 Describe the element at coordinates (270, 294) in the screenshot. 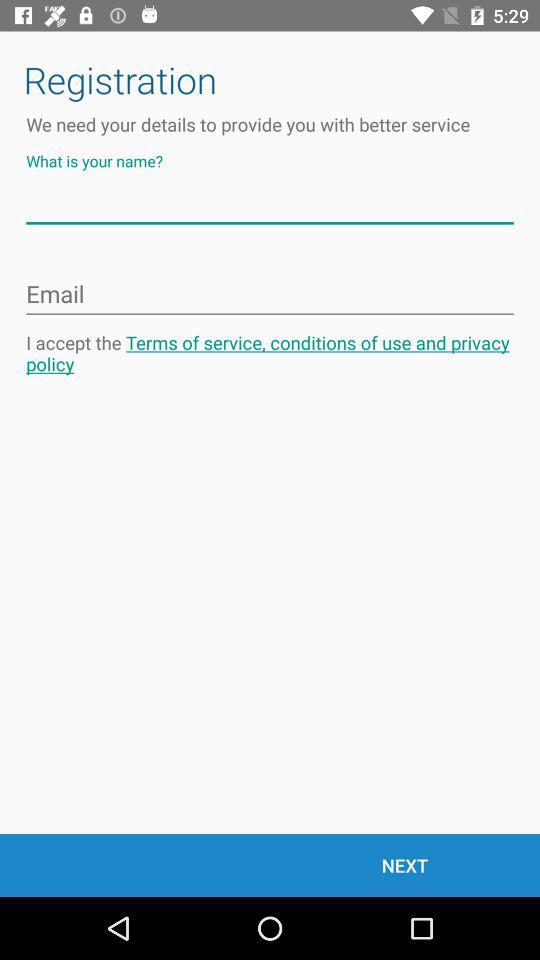

I see `type the email address` at that location.